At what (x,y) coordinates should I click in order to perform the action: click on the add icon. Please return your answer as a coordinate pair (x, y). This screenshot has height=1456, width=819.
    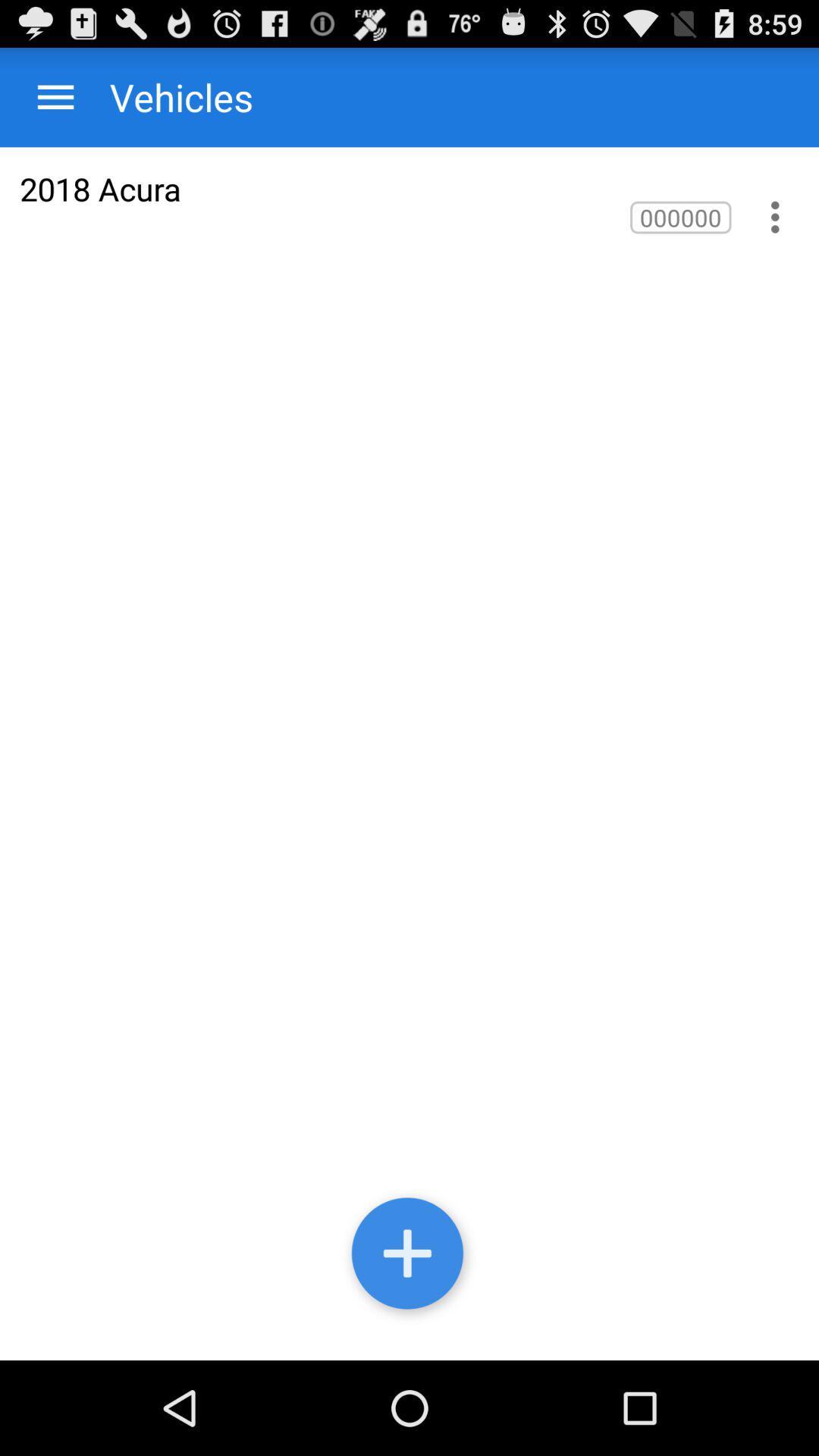
    Looking at the image, I should click on (409, 1345).